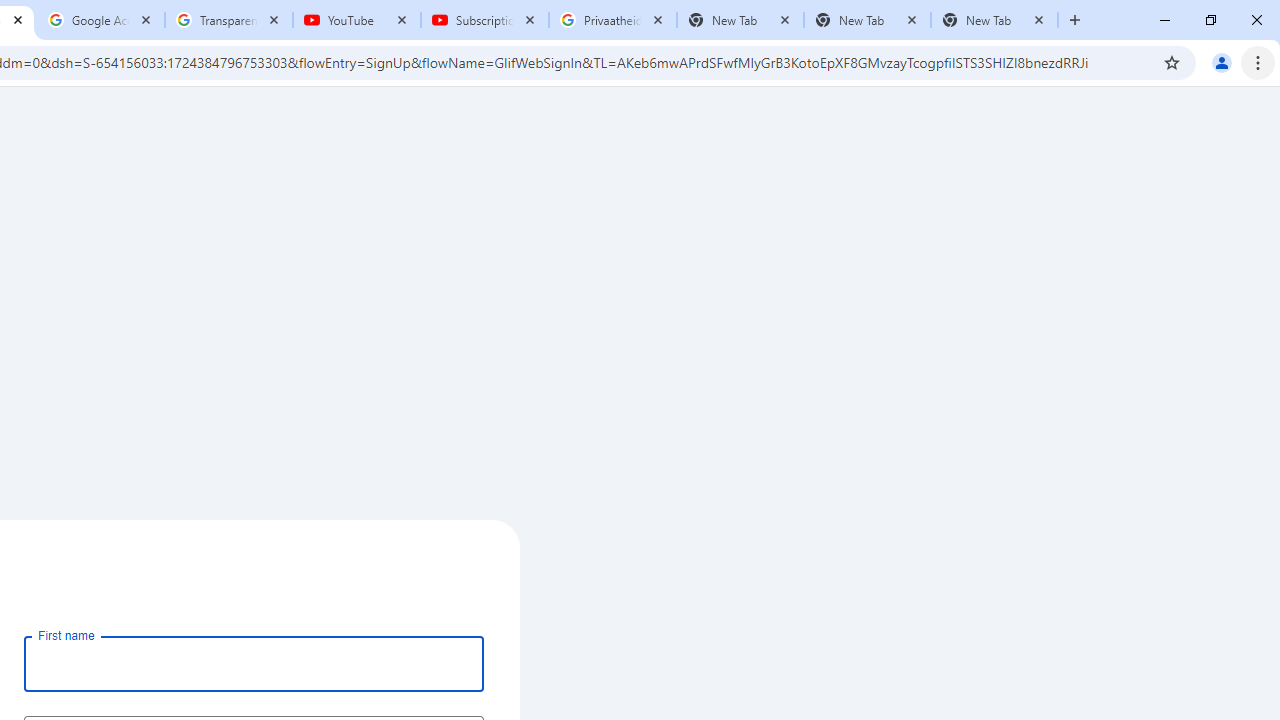 Image resolution: width=1280 pixels, height=720 pixels. What do you see at coordinates (1220, 61) in the screenshot?
I see `'You'` at bounding box center [1220, 61].